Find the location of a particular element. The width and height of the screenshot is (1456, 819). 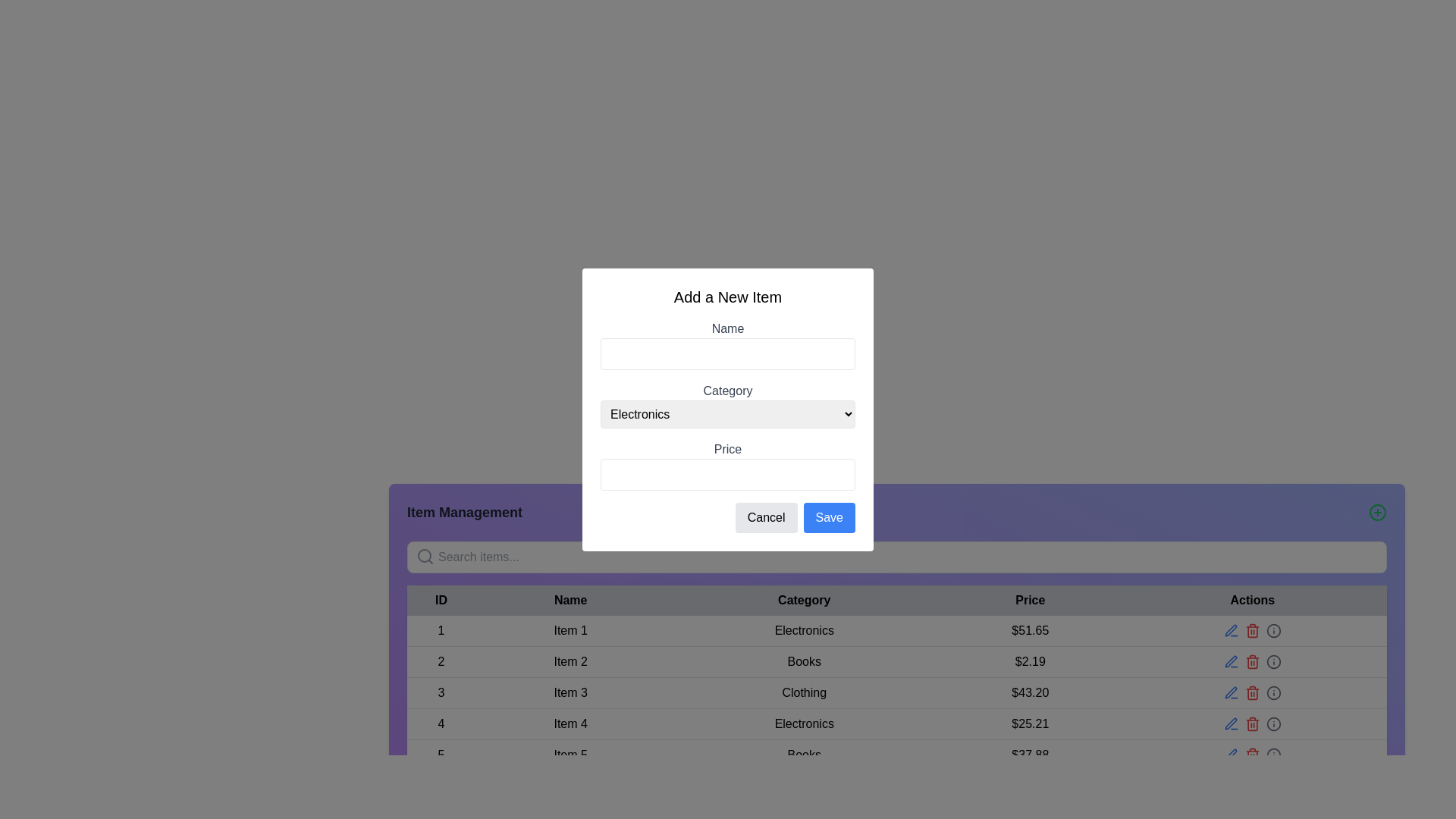

the trash bin icon is located at coordinates (1252, 756).